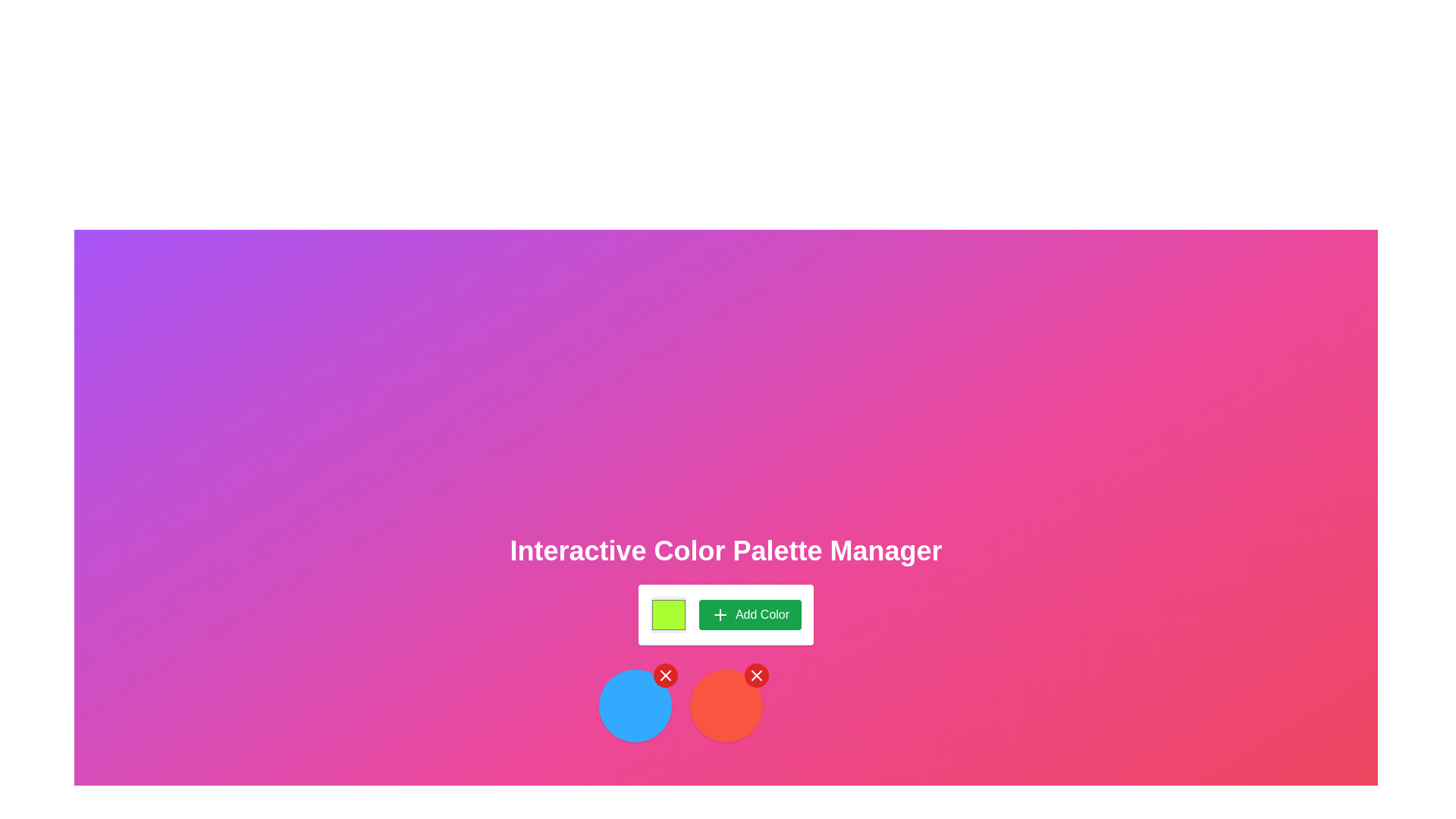 The height and width of the screenshot is (819, 1456). I want to click on the 'Add Color' button, which is a green rectangular button with white text and a '+' icon, so click(750, 614).